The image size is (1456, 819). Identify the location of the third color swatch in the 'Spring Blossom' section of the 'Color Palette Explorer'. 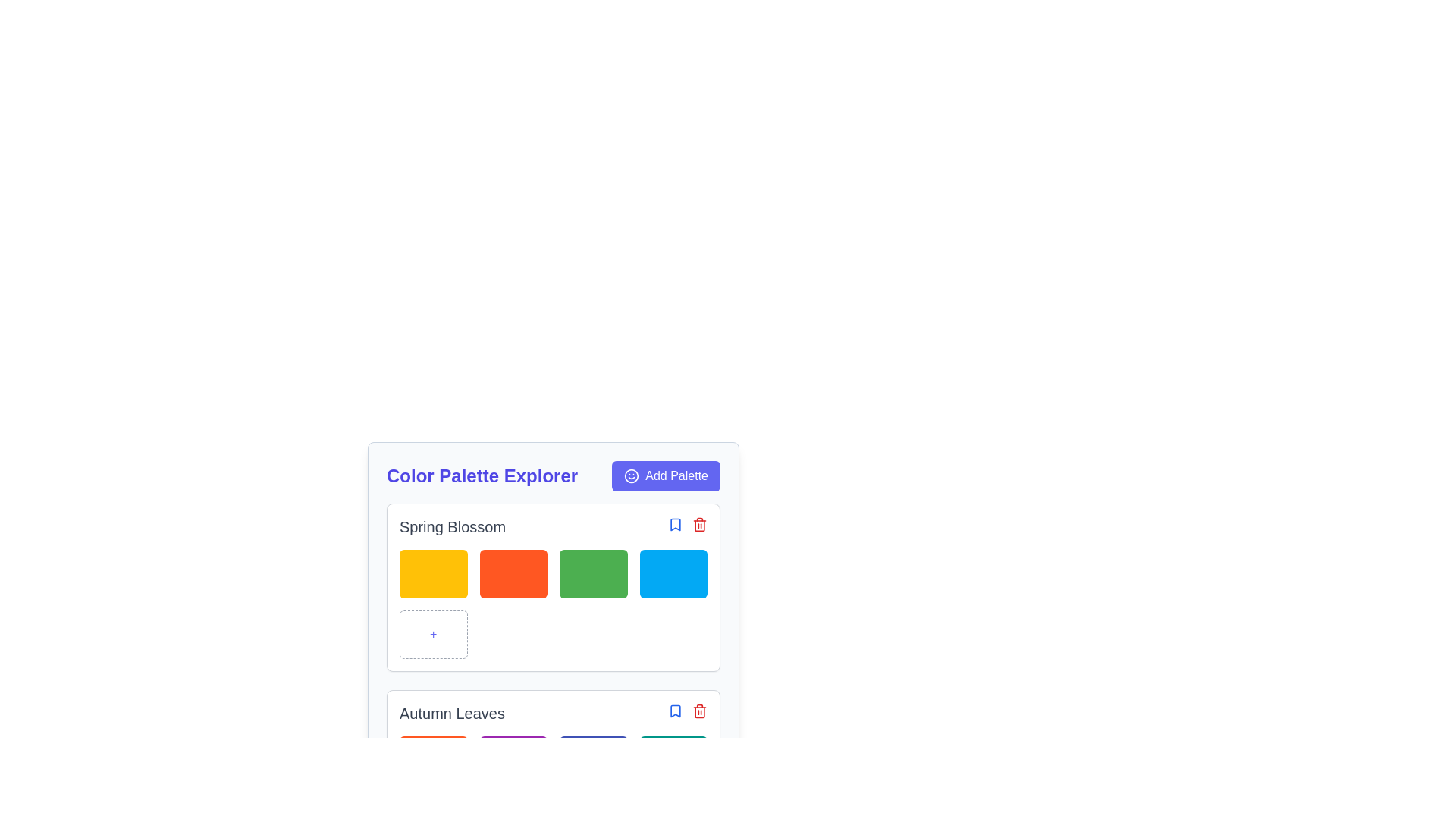
(552, 580).